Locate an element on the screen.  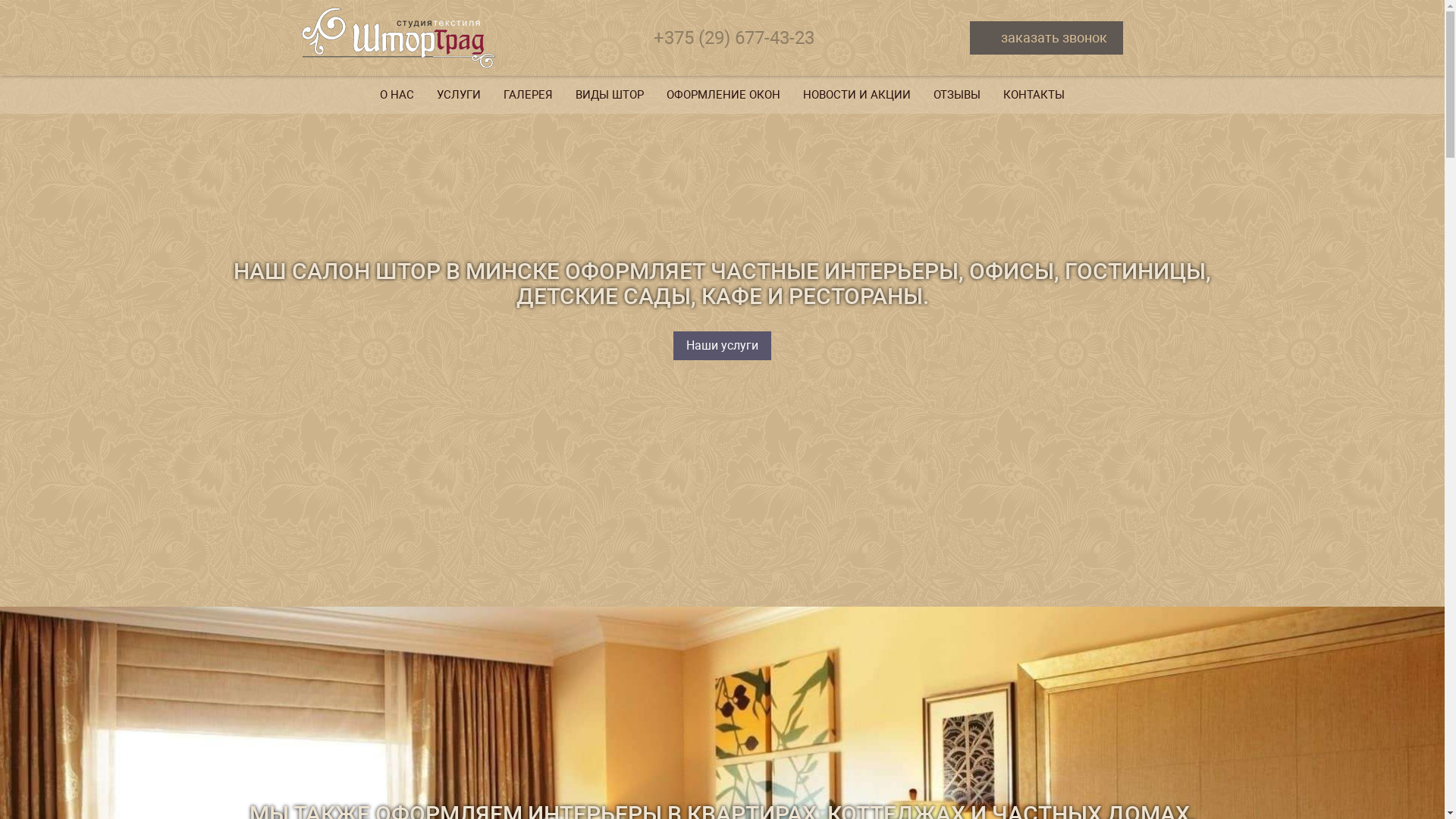
'+375 (29) 677-43-23' is located at coordinates (734, 37).